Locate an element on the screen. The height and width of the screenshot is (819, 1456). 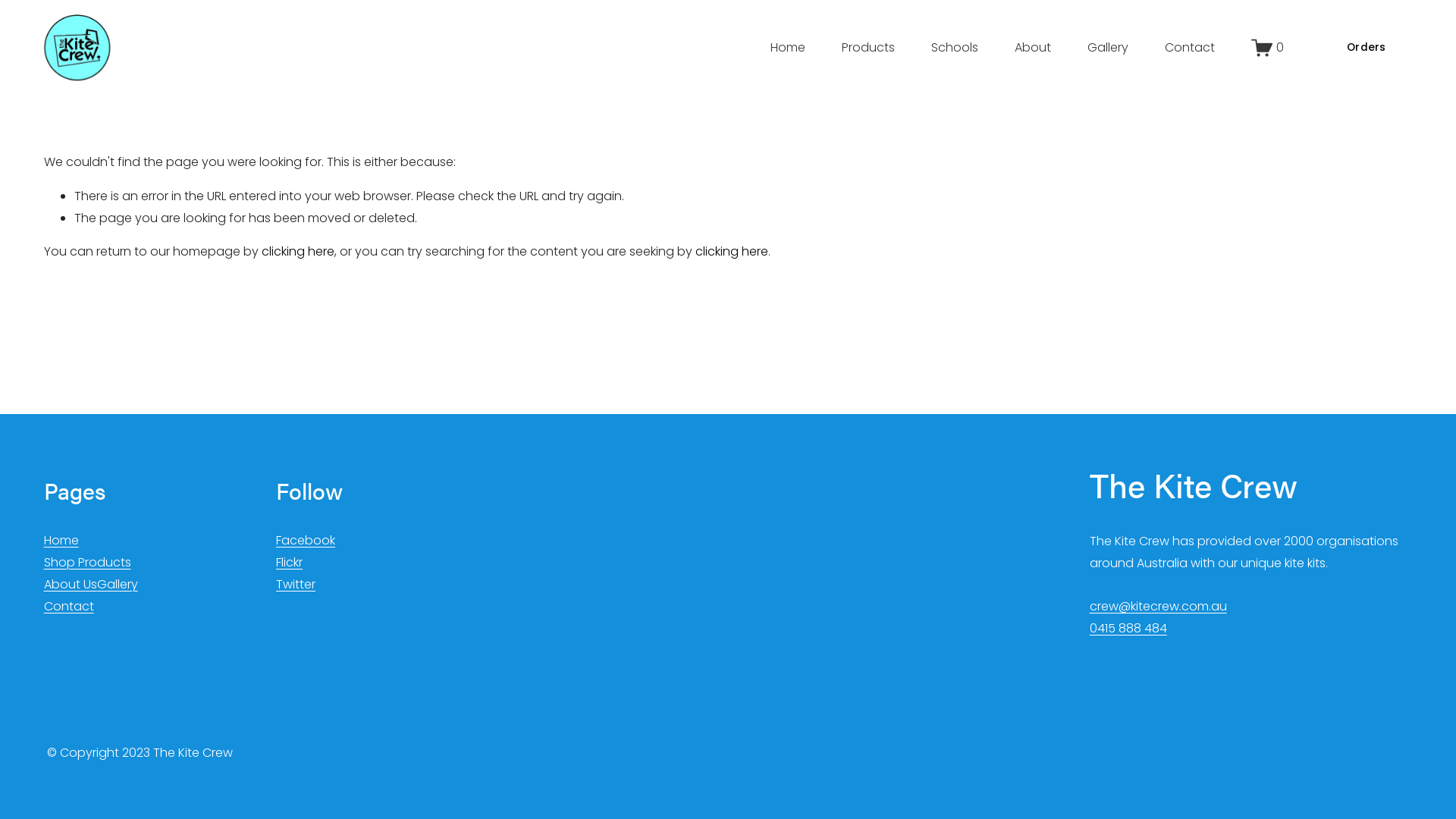
'Facebook' is located at coordinates (305, 540).